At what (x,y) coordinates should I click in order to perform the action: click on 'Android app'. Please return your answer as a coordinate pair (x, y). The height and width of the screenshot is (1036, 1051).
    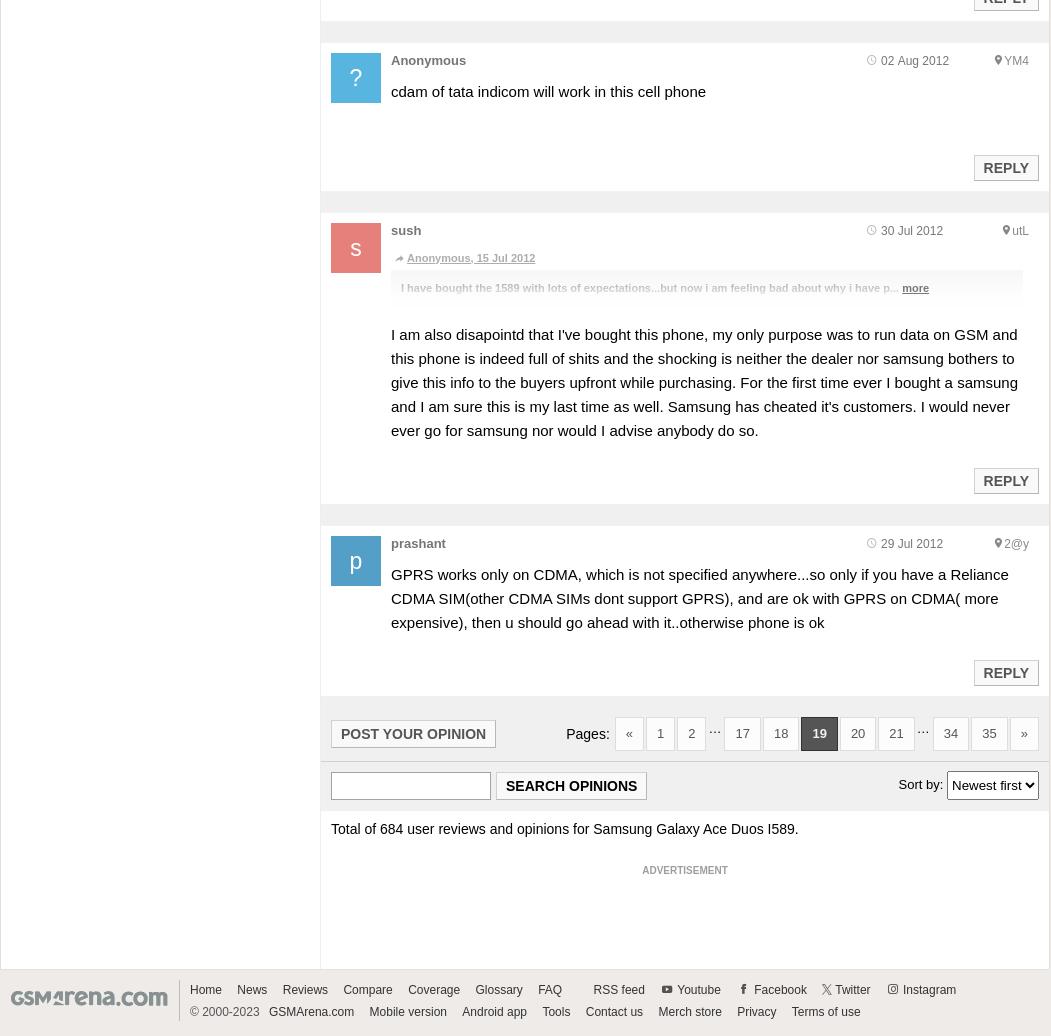
    Looking at the image, I should click on (494, 1011).